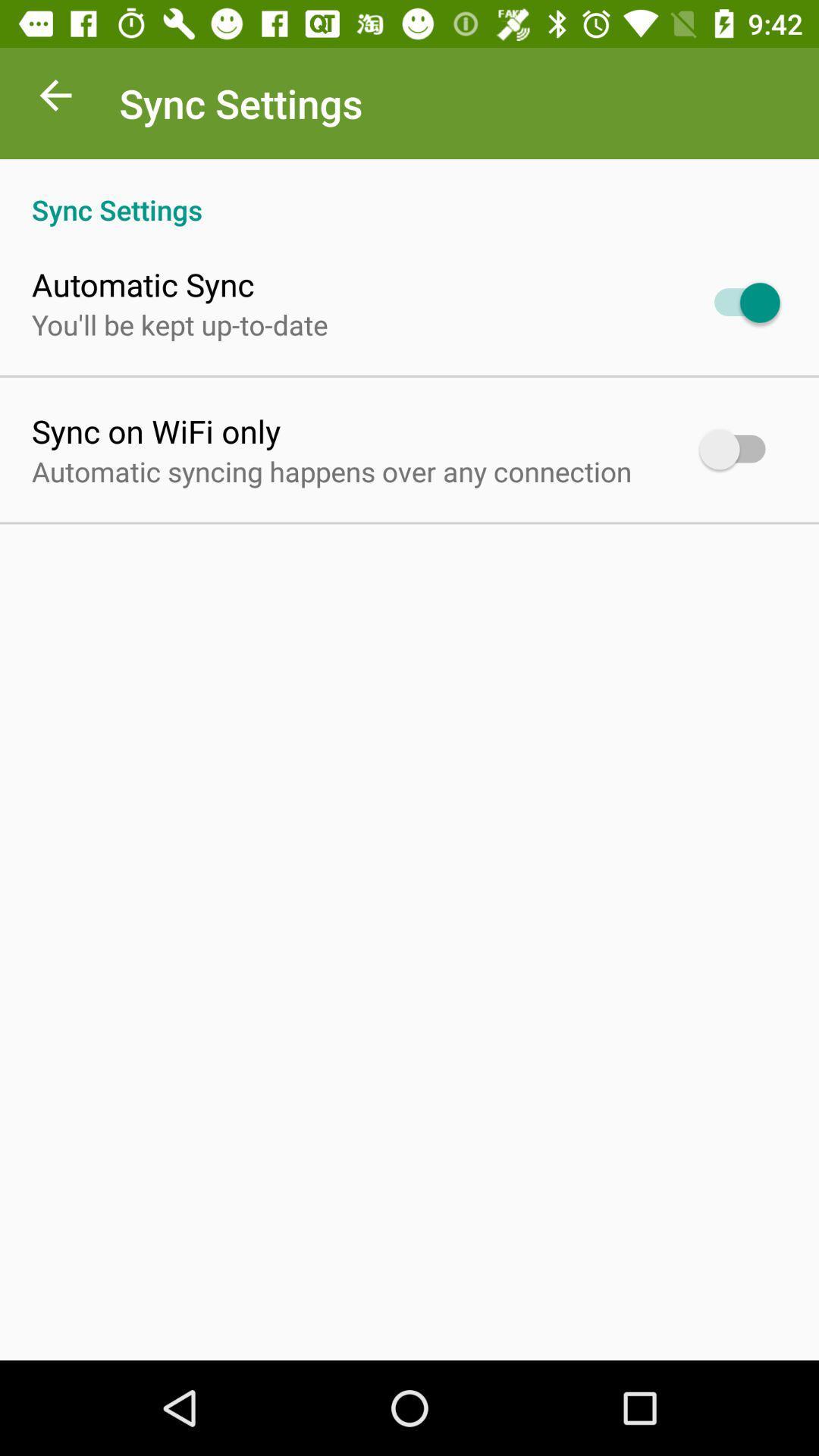 The image size is (819, 1456). I want to click on item above the sync settings, so click(55, 99).